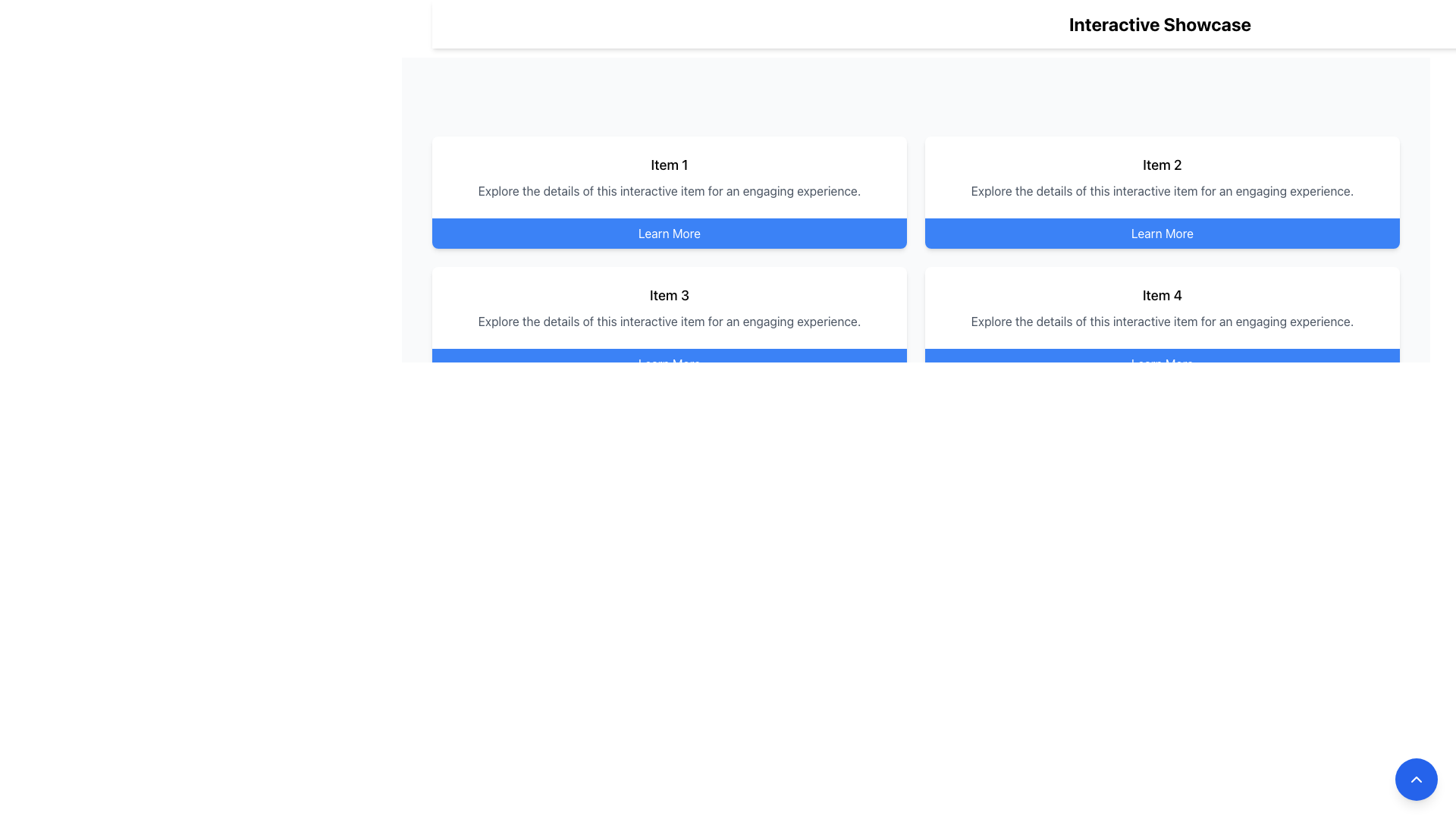 This screenshot has height=819, width=1456. I want to click on the informational text block that displays 'Item 4' in bold font, which is located in the leftmost position of the second row in a grid layout, so click(1161, 307).